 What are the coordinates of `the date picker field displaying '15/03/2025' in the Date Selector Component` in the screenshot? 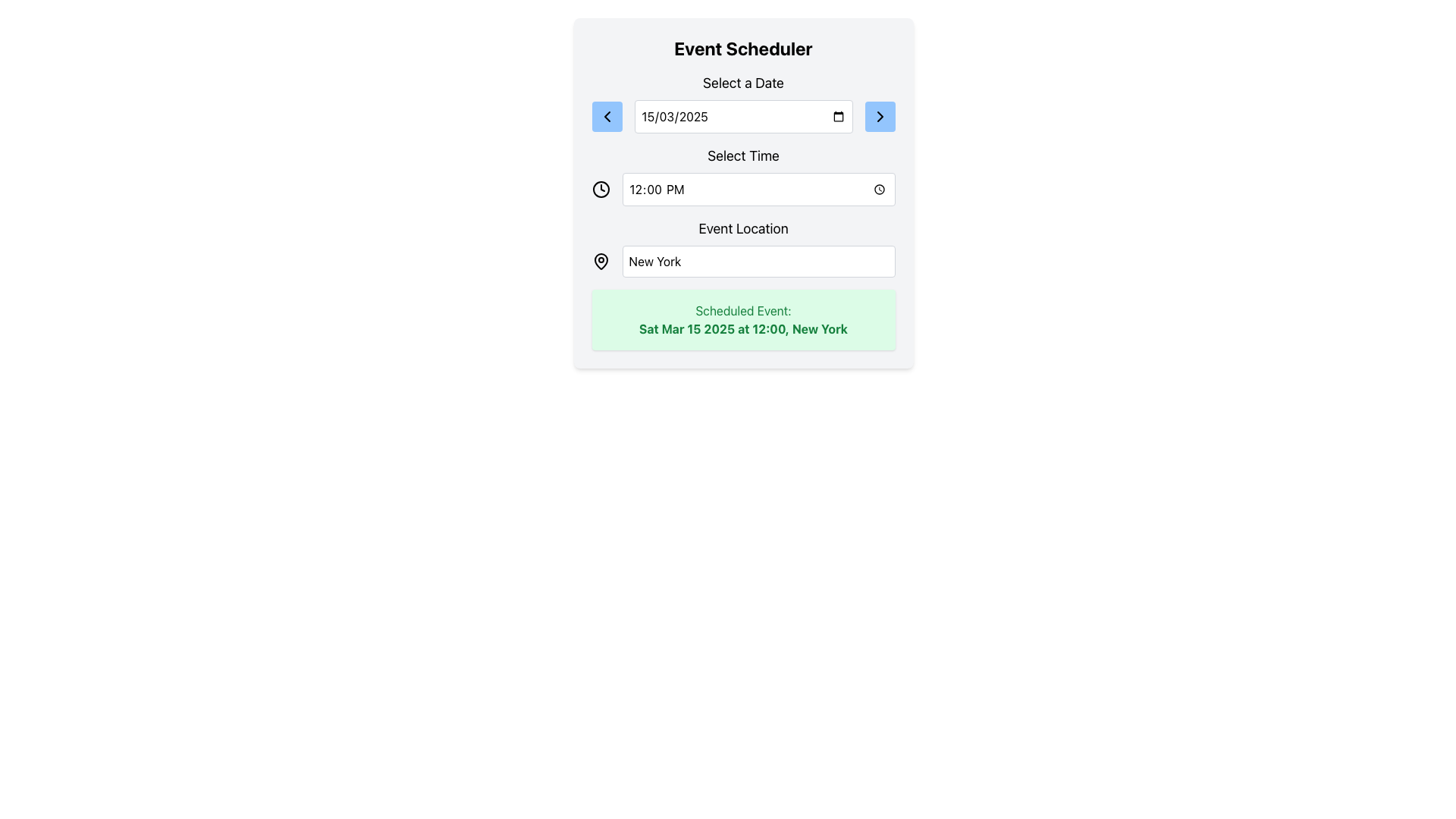 It's located at (743, 116).